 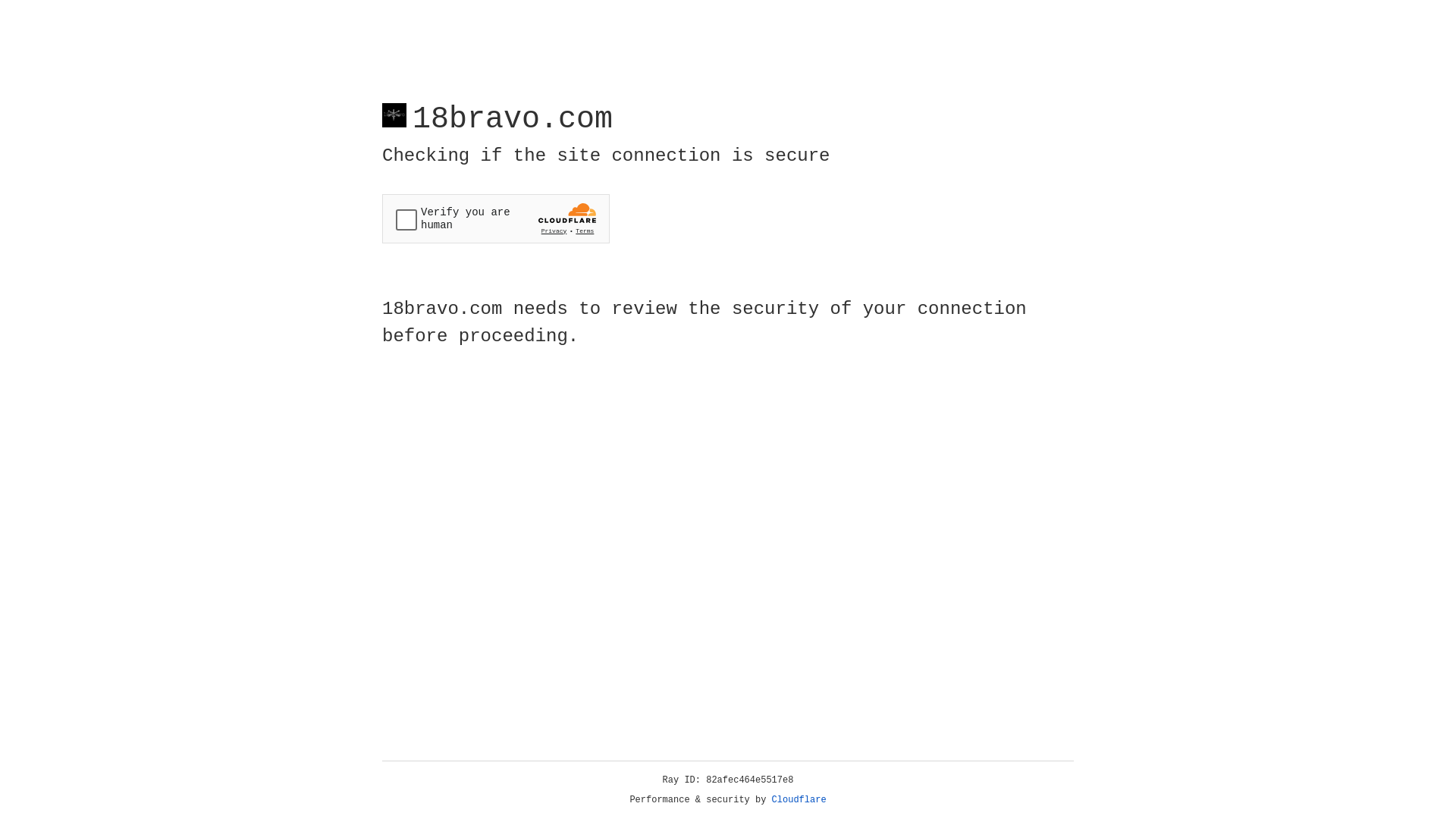 I want to click on 'Widget containing a Cloudflare security challenge', so click(x=495, y=218).